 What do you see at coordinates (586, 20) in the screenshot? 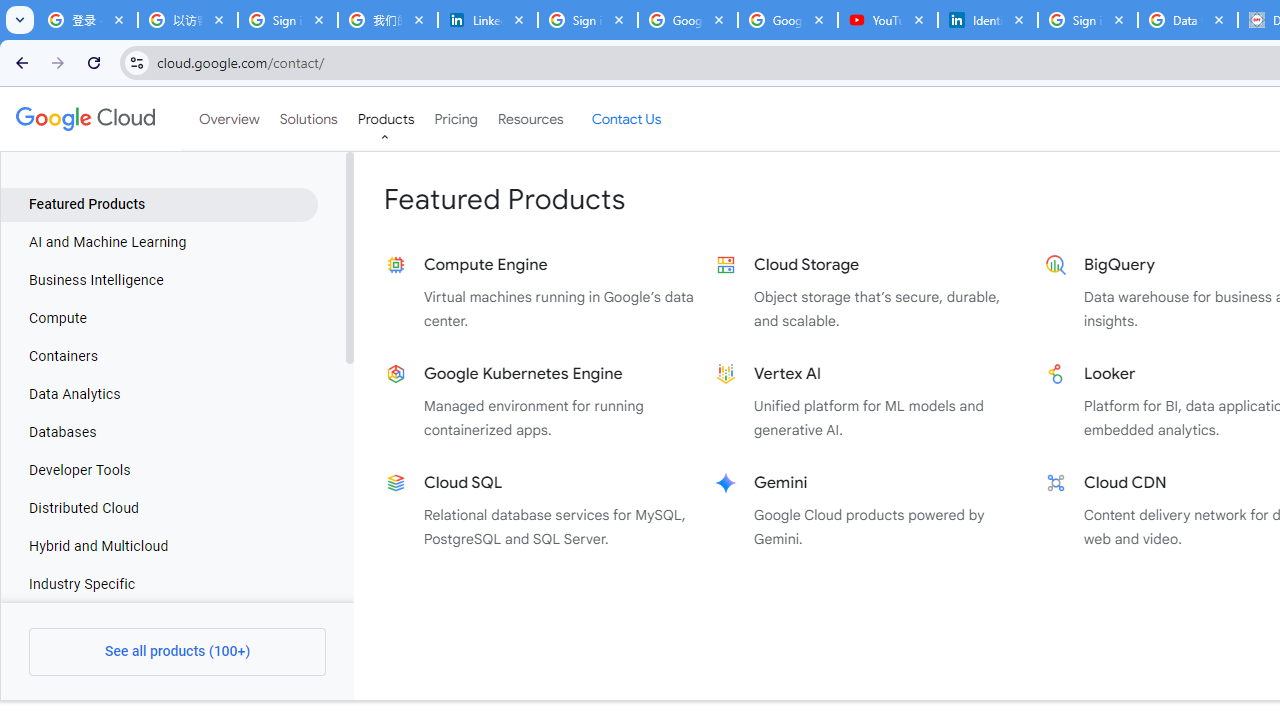
I see `'Sign in - Google Accounts'` at bounding box center [586, 20].